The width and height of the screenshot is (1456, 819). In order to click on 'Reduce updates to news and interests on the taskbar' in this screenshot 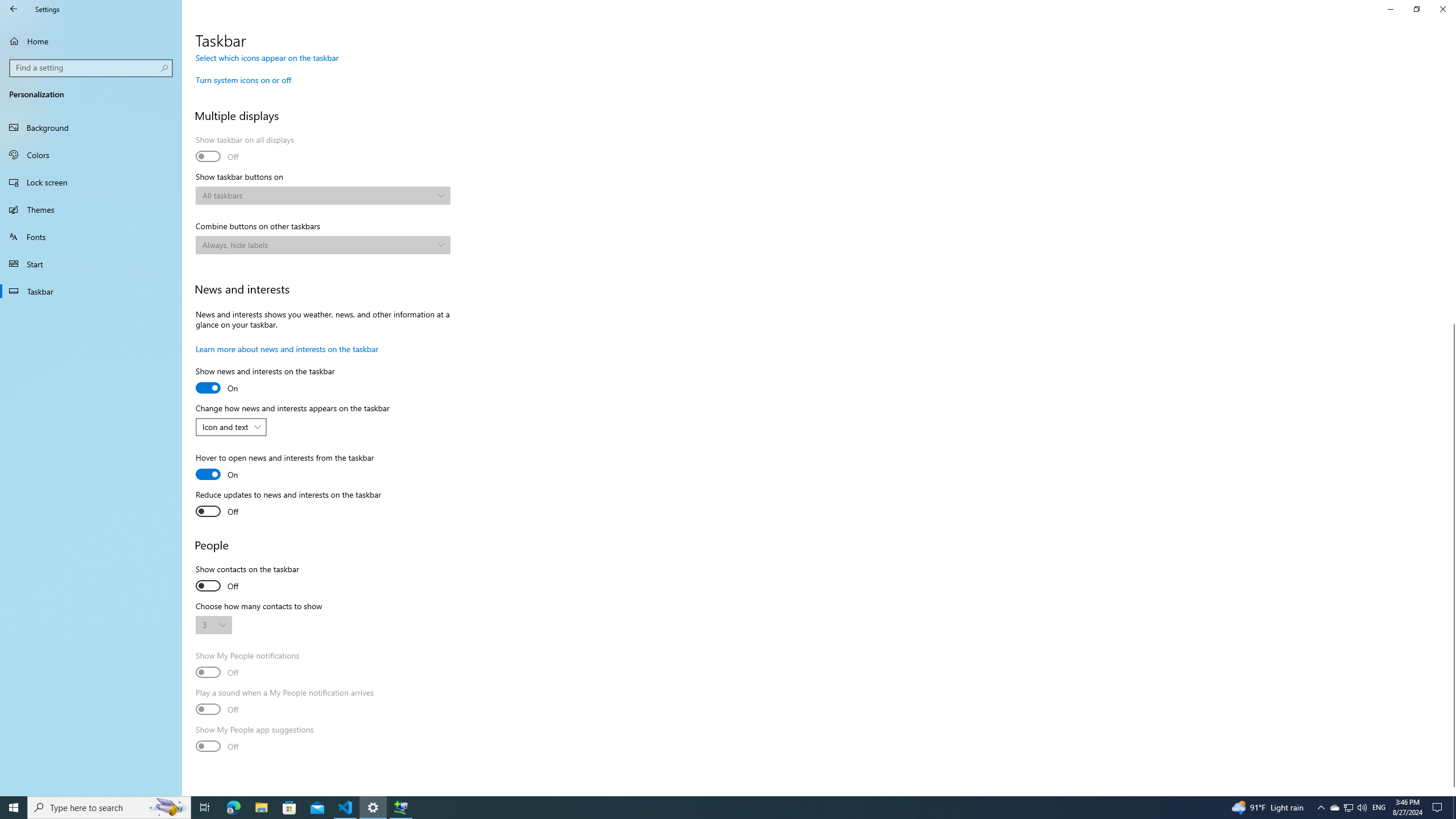, I will do `click(287, 504)`.